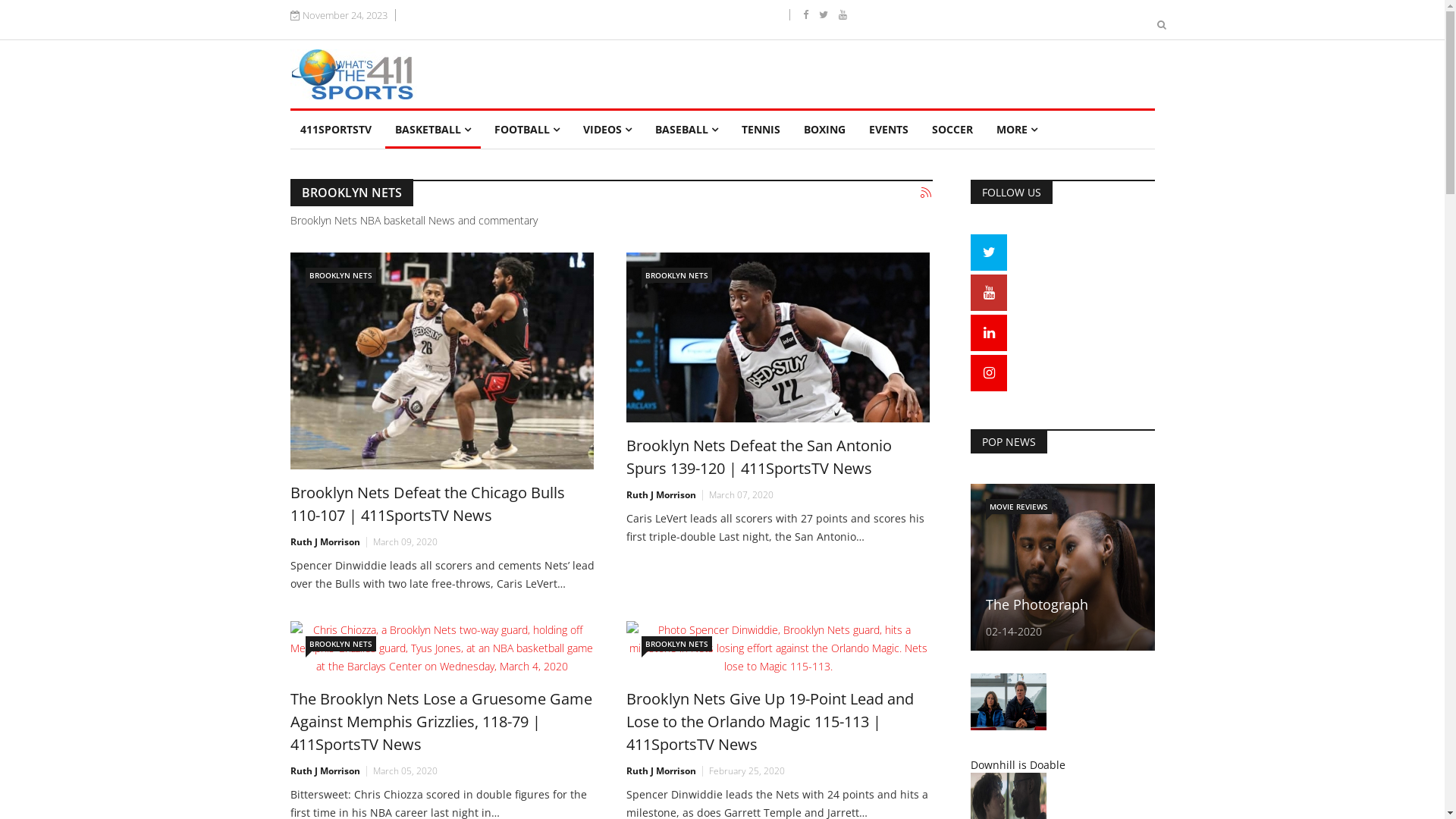 This screenshot has height=819, width=1456. What do you see at coordinates (1018, 764) in the screenshot?
I see `'Downhill is Doable'` at bounding box center [1018, 764].